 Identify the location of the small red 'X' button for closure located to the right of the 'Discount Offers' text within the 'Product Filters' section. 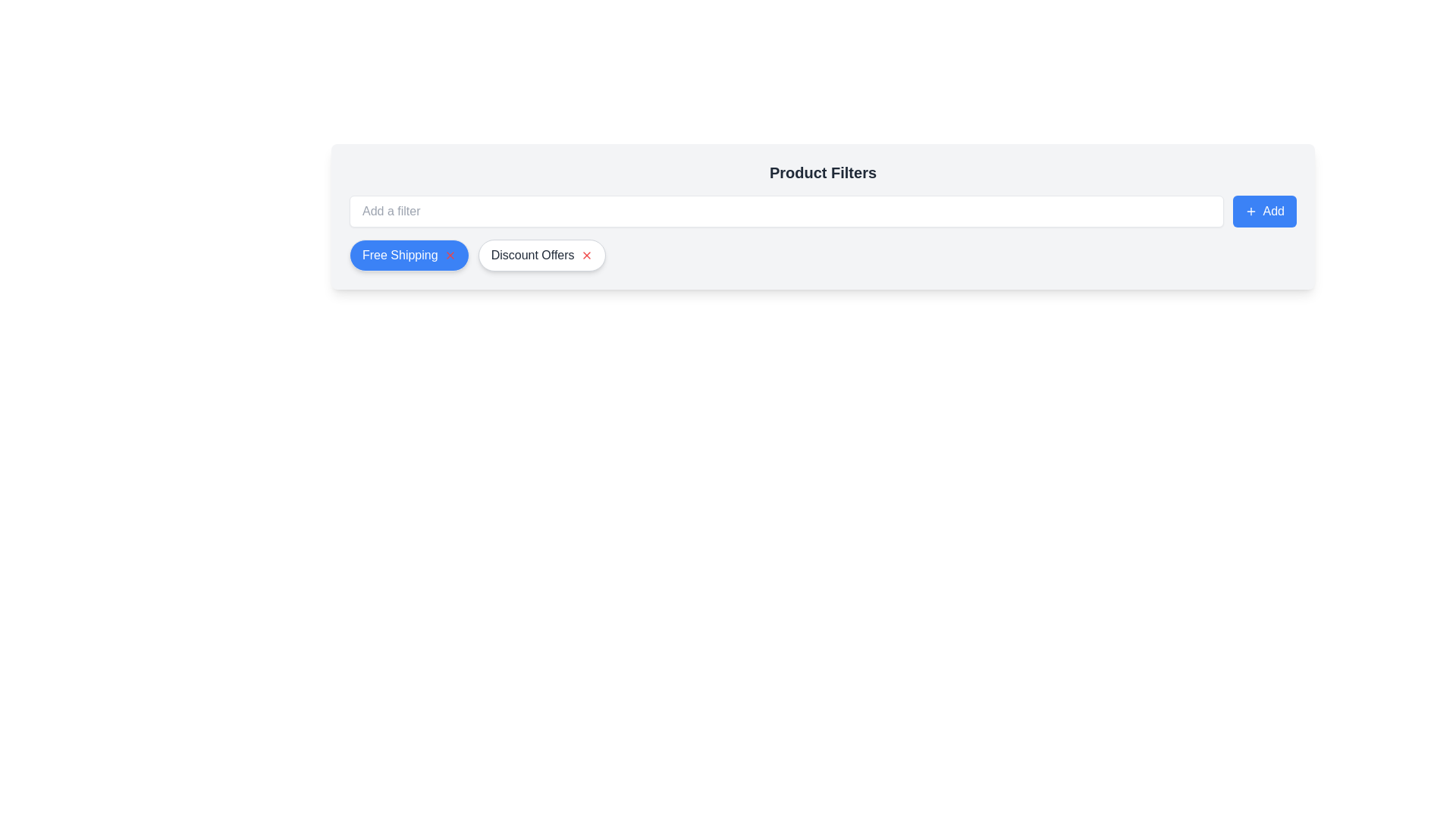
(585, 254).